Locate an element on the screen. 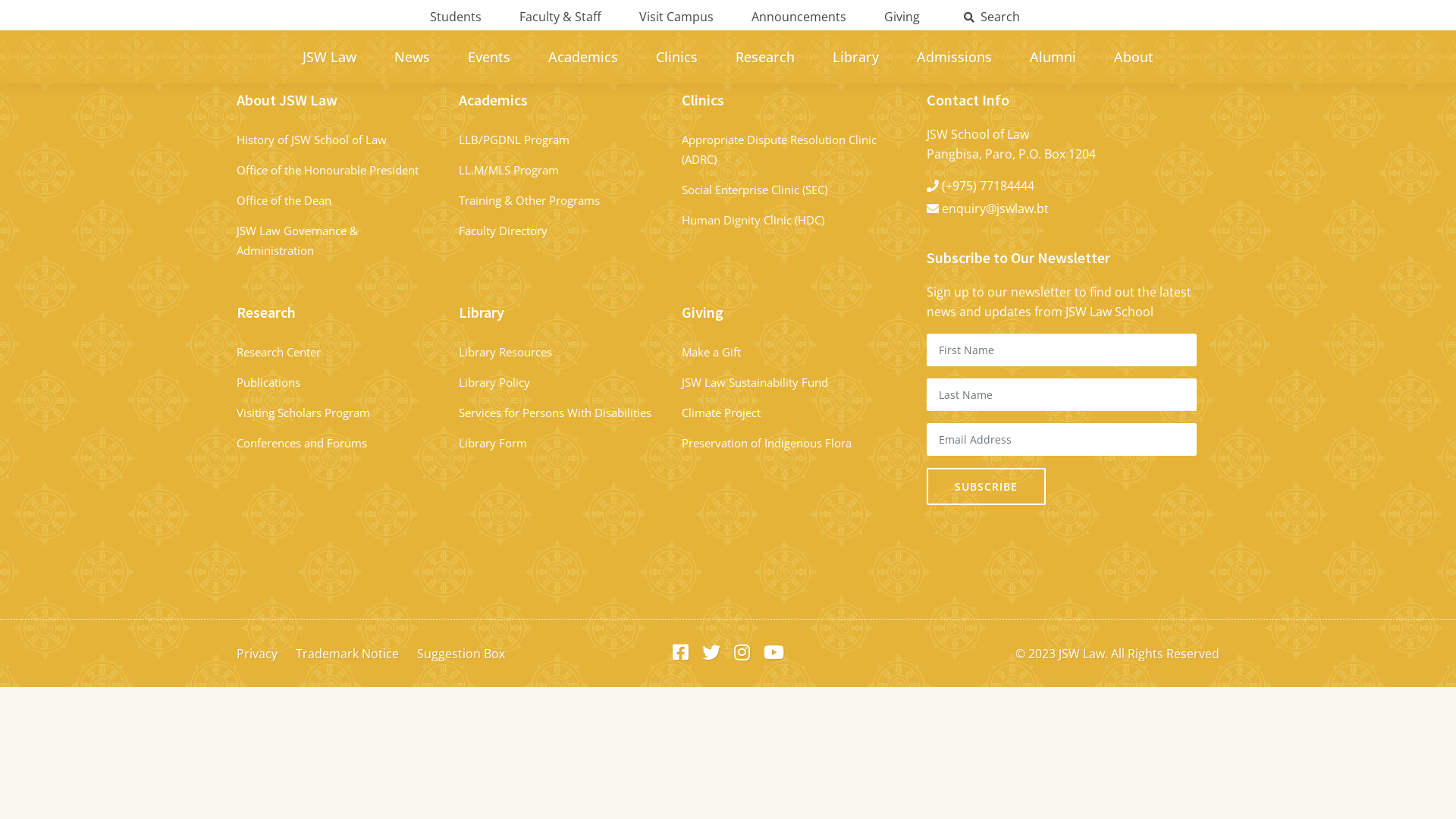 This screenshot has width=1456, height=819. 'LL.M/MLS Program' is located at coordinates (509, 169).